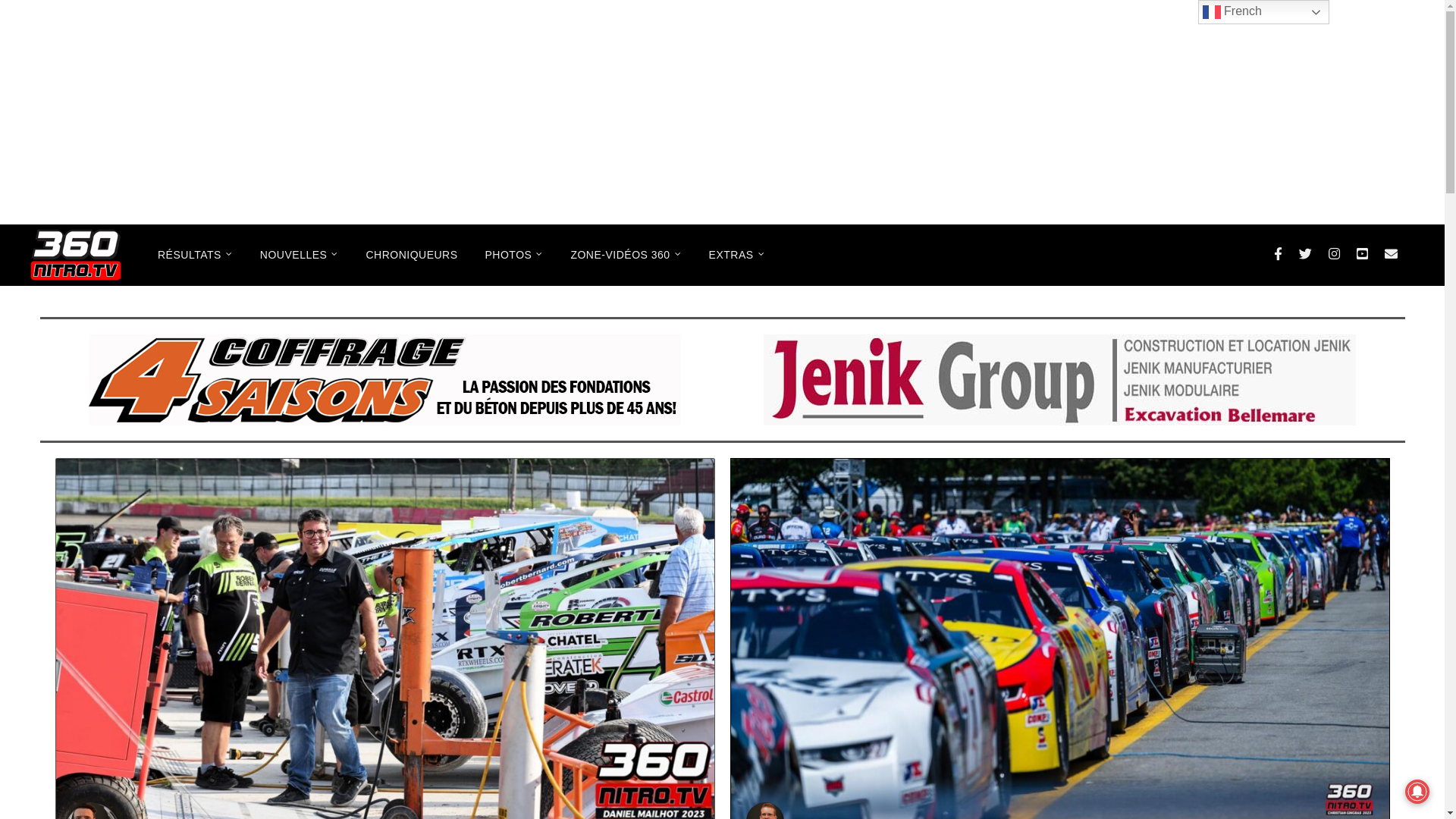 The height and width of the screenshot is (819, 1456). What do you see at coordinates (1277, 253) in the screenshot?
I see `'Facebook'` at bounding box center [1277, 253].